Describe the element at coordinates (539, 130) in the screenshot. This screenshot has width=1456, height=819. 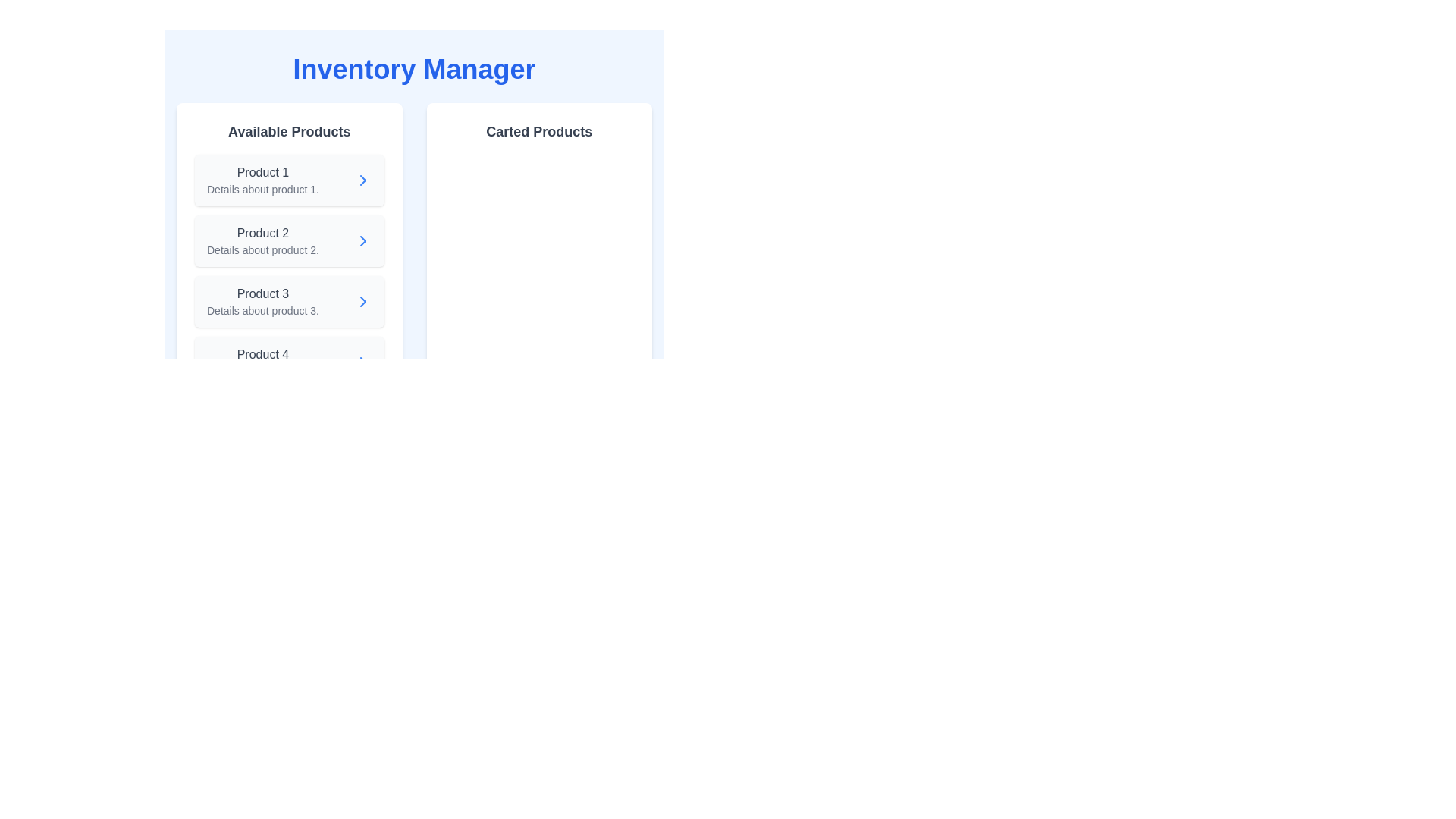
I see `the text label 'Carted Products', which is styled as a bold and large header in dark gray, located within the right-side panel of the interface under 'Inventory Manager'` at that location.